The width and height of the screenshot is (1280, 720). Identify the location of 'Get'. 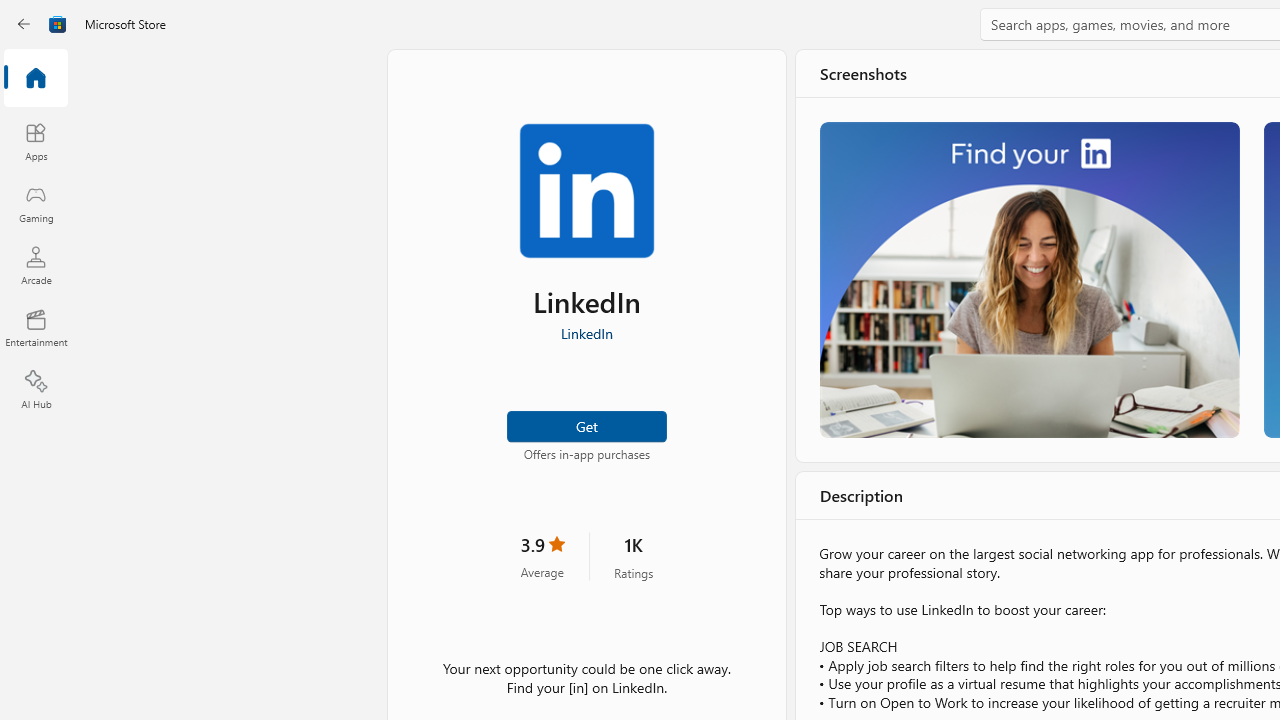
(585, 424).